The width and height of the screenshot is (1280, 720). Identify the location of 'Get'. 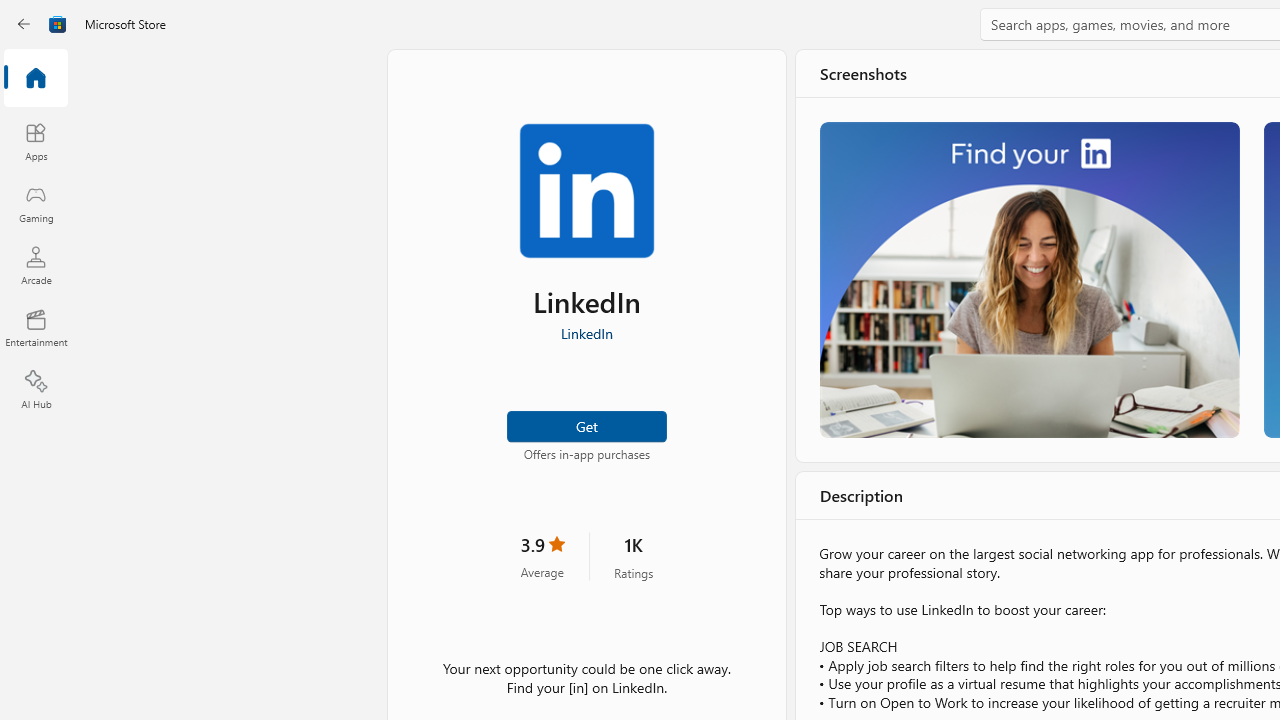
(585, 424).